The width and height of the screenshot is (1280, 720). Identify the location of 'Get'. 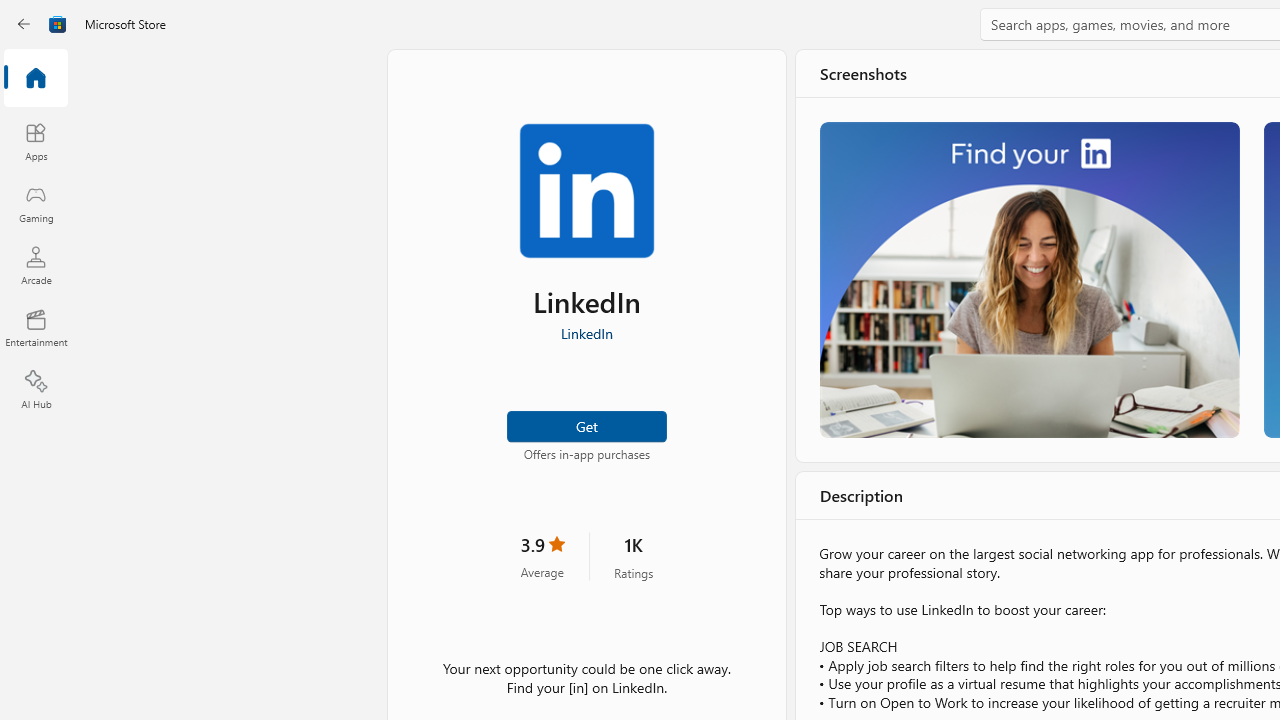
(585, 424).